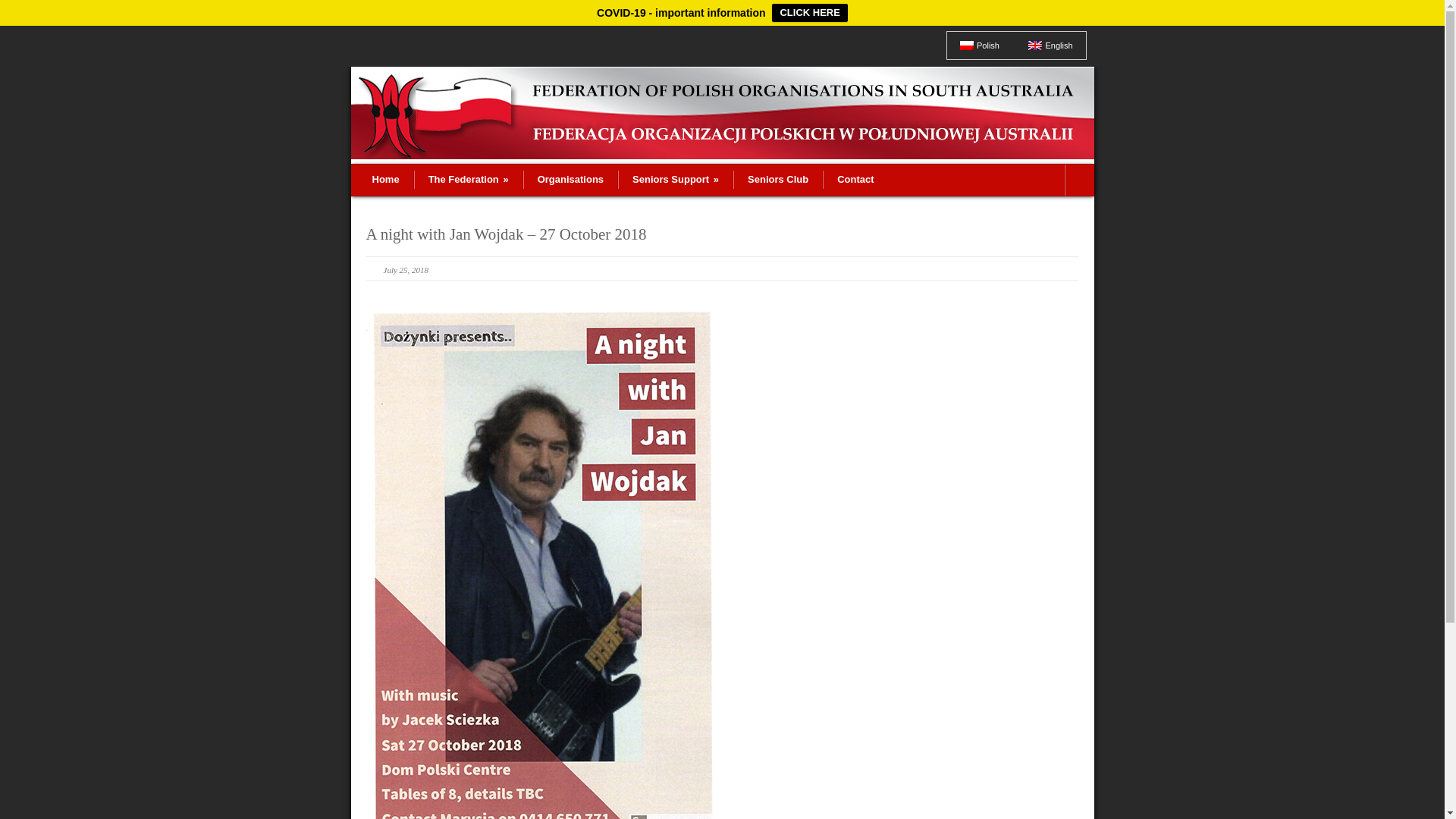  What do you see at coordinates (778, 178) in the screenshot?
I see `'Seniors Club'` at bounding box center [778, 178].